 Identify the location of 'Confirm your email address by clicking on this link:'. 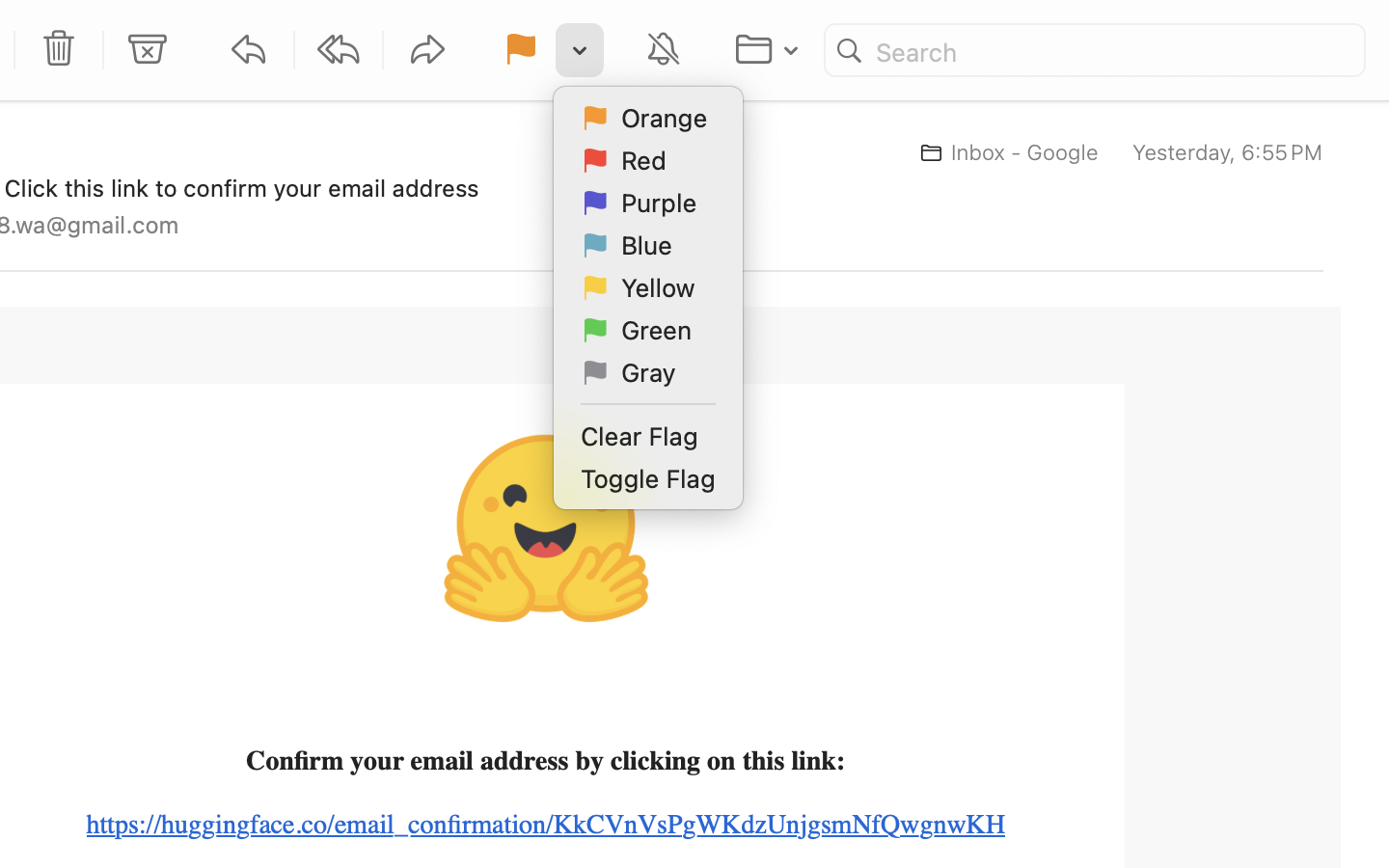
(546, 761).